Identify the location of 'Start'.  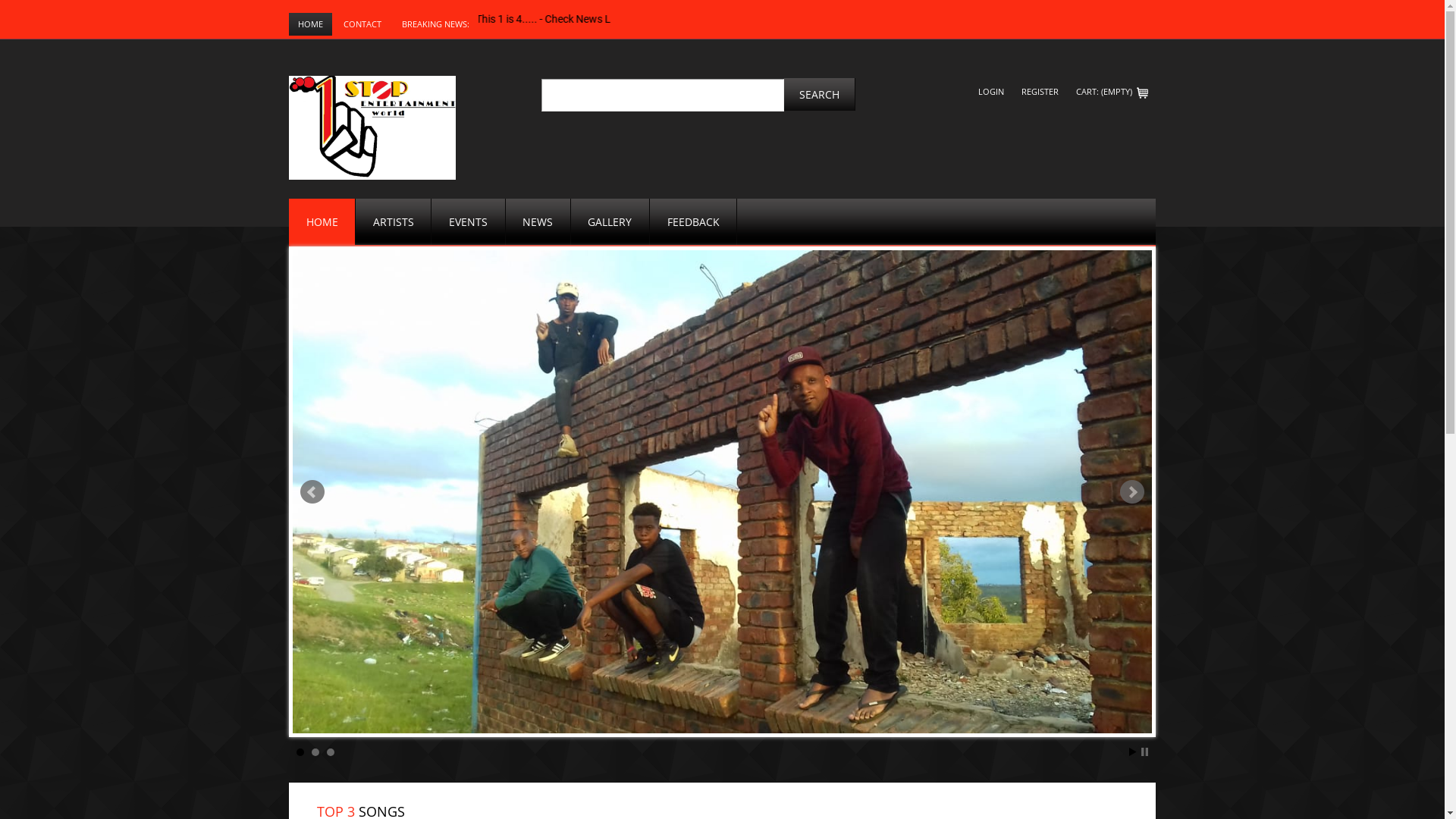
(1132, 752).